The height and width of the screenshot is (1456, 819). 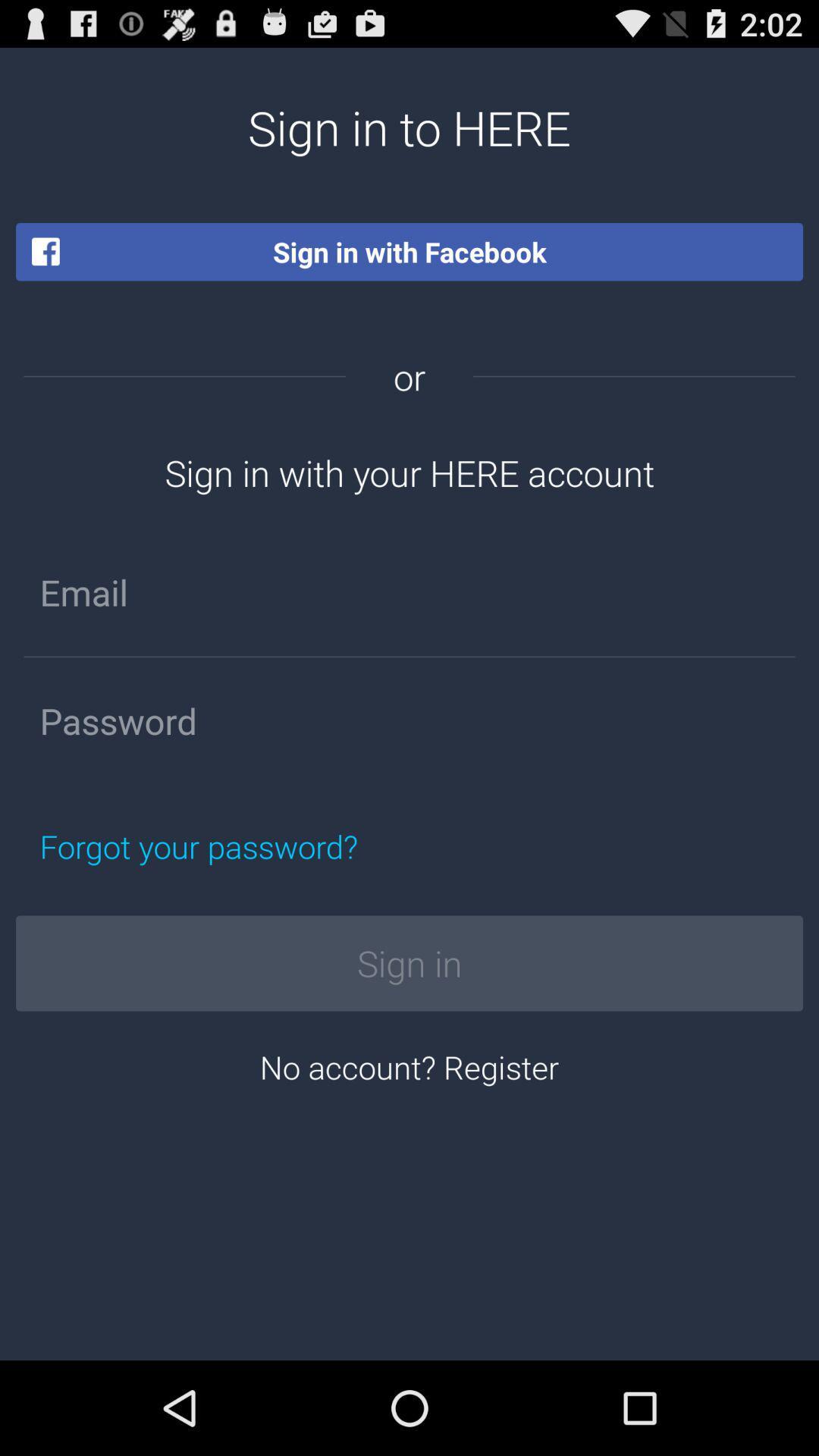 I want to click on your email, so click(x=409, y=591).